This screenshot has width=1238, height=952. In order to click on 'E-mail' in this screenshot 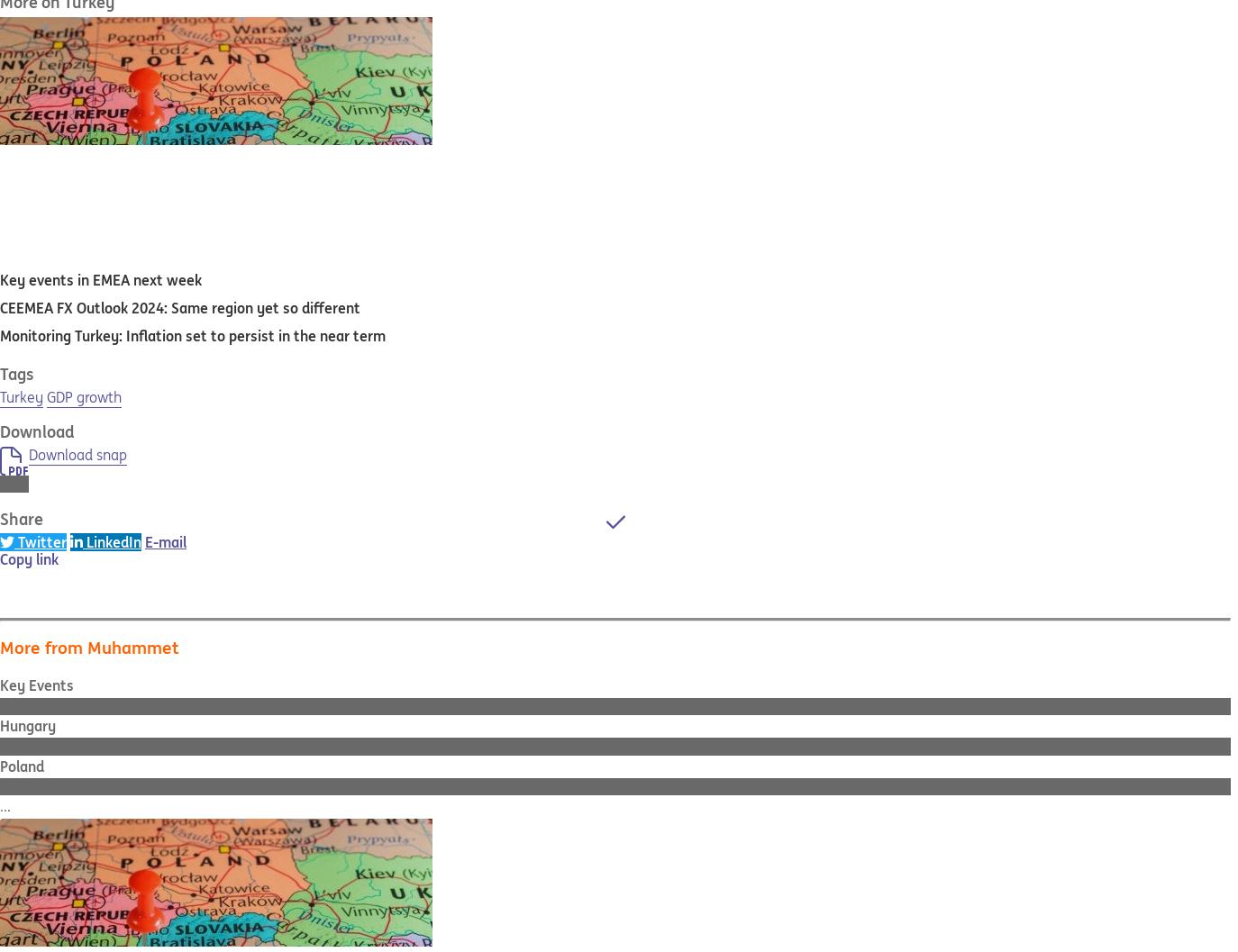, I will do `click(164, 540)`.